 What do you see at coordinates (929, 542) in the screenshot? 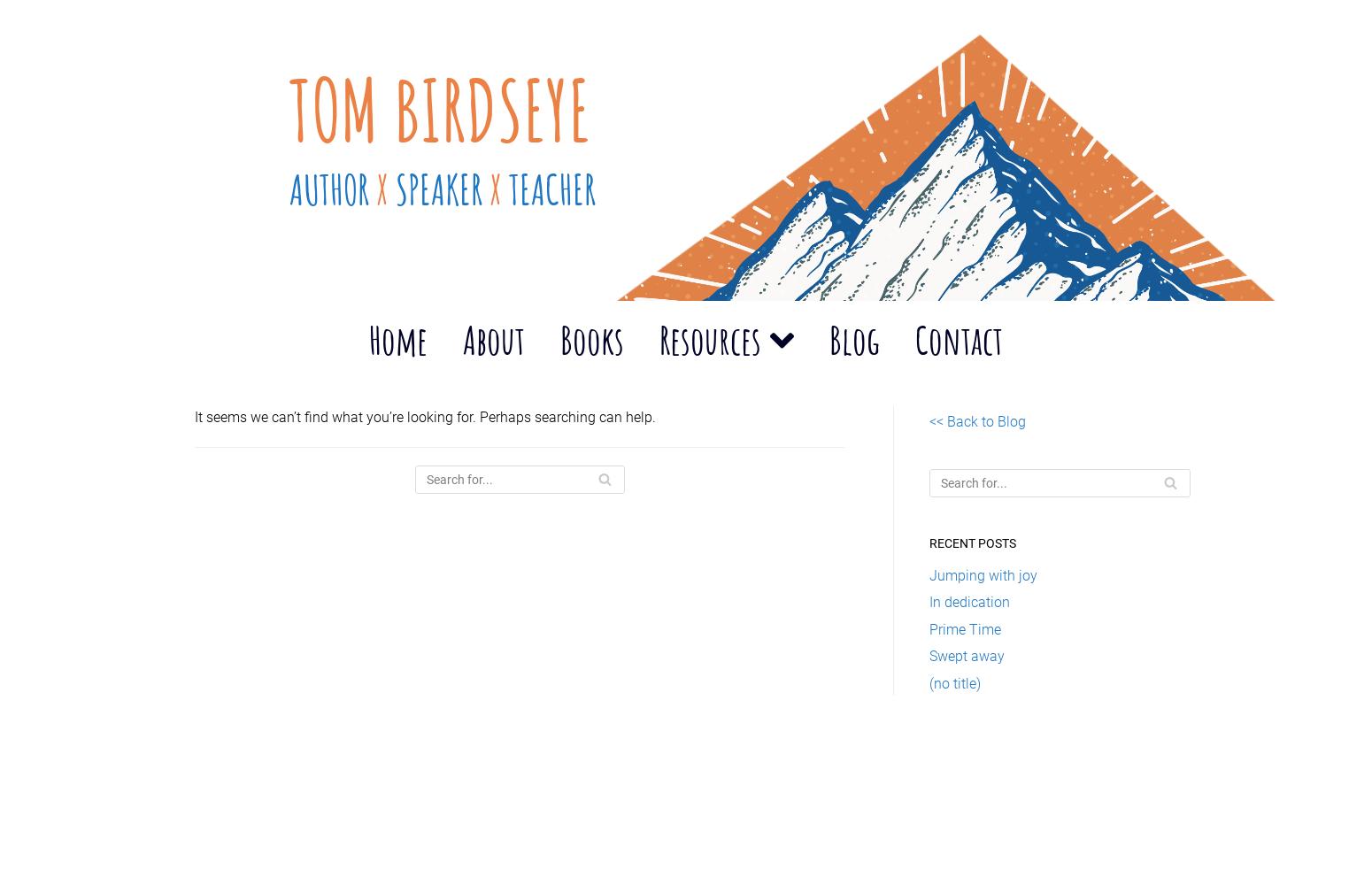
I see `'Recent Posts'` at bounding box center [929, 542].